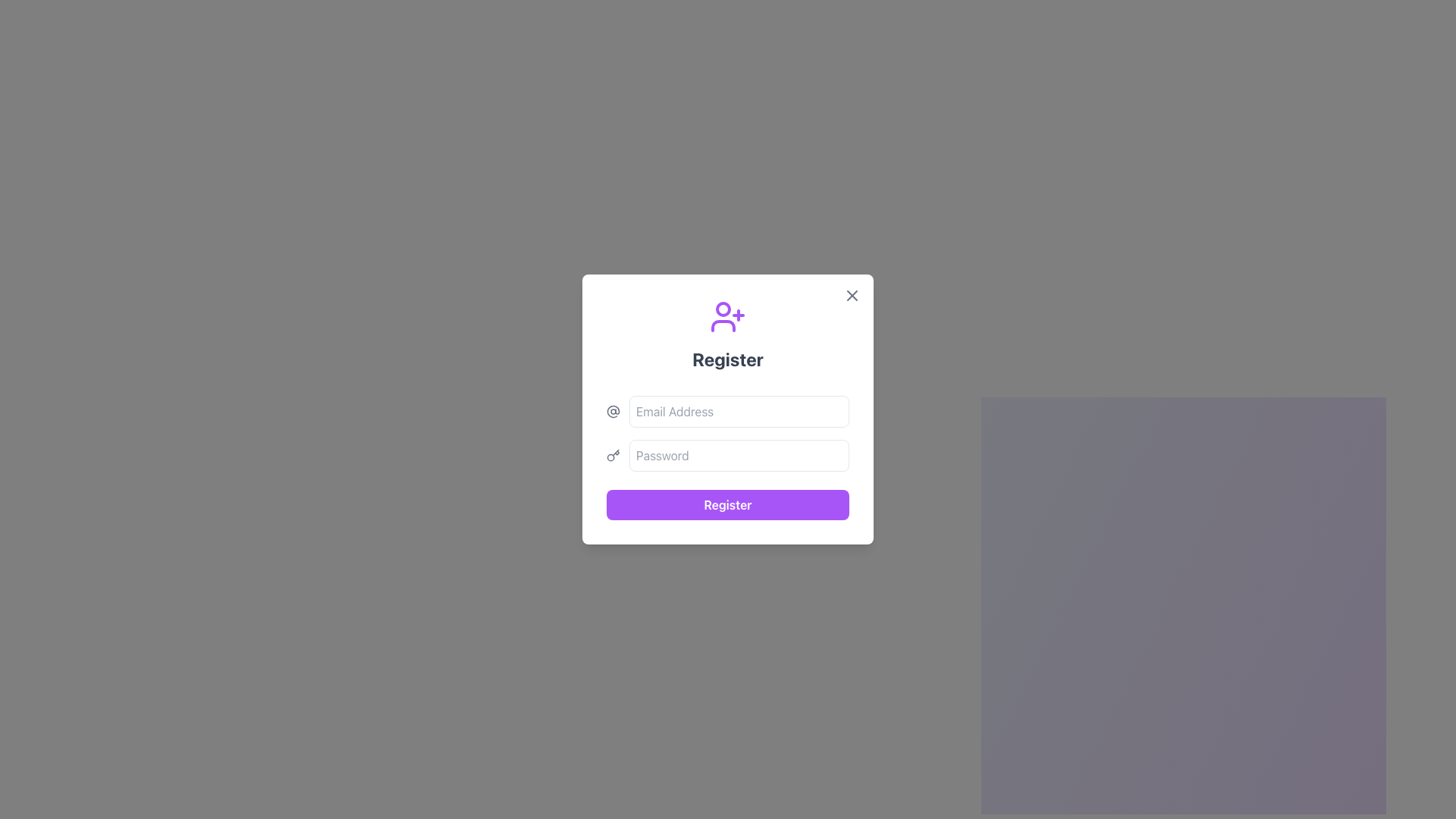  What do you see at coordinates (852, 295) in the screenshot?
I see `the close button located in the top-right corner of the white card` at bounding box center [852, 295].